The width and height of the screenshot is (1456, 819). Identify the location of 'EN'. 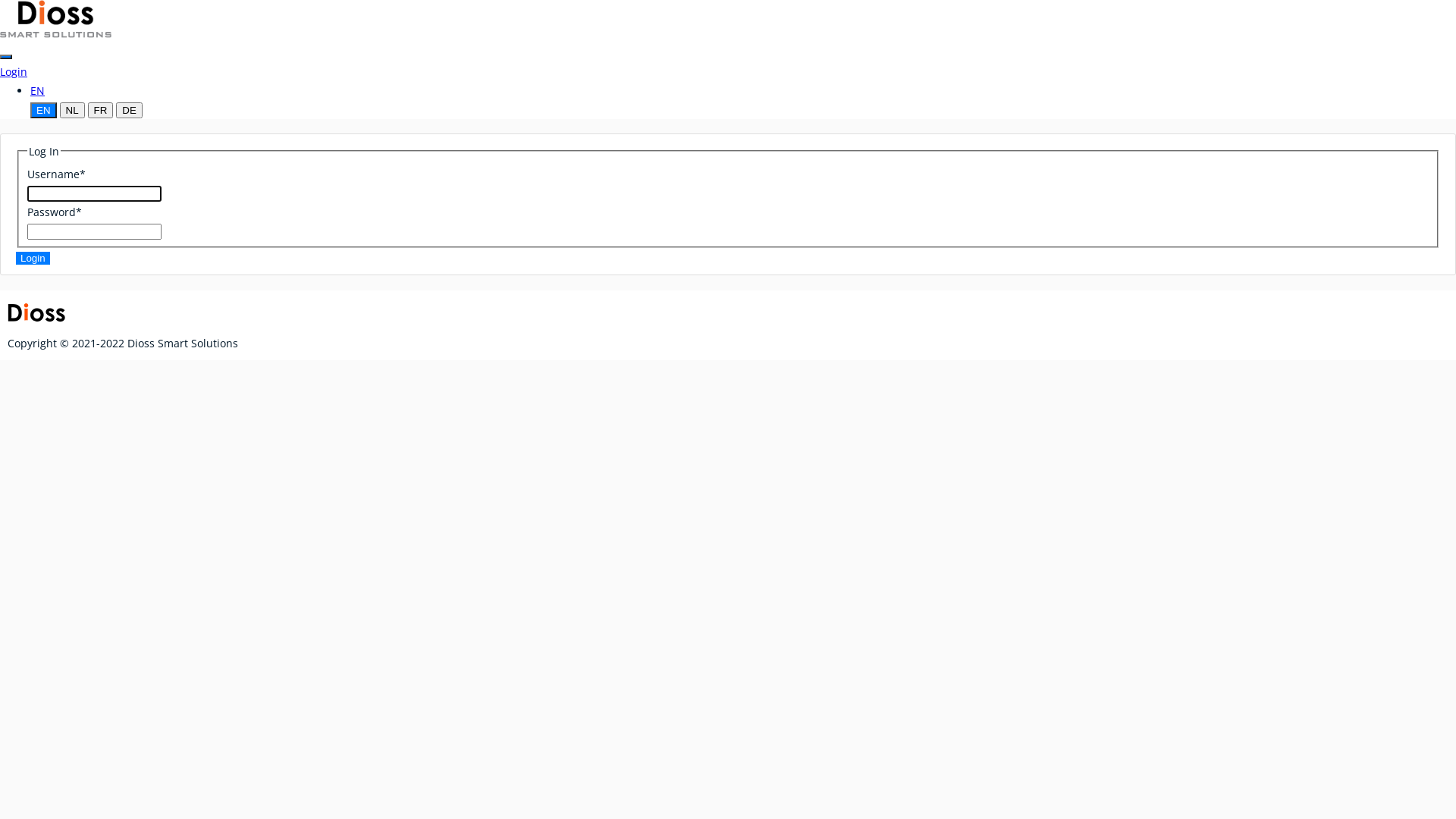
(37, 90).